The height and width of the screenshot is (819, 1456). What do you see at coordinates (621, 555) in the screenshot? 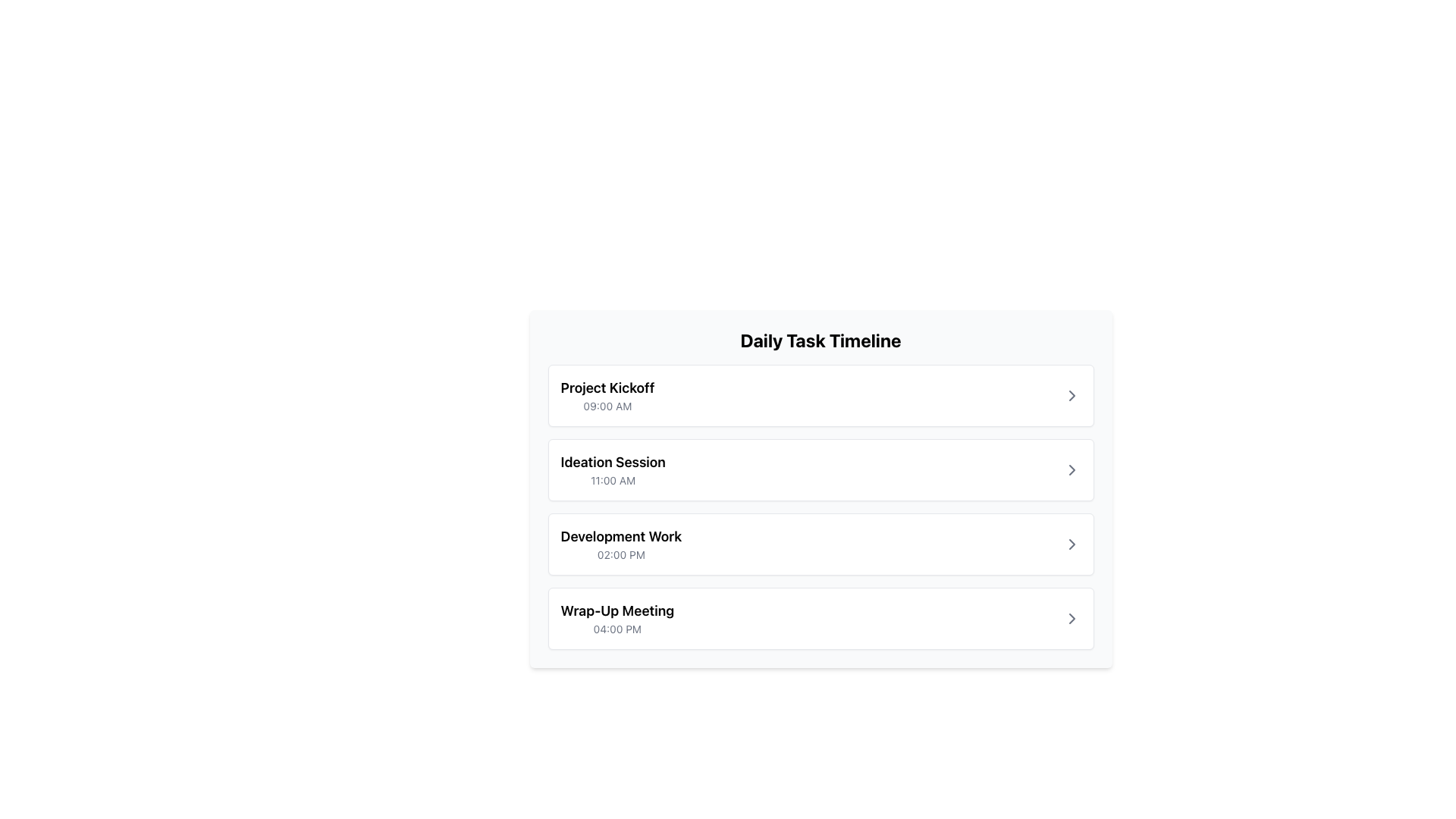
I see `the informational text label that displays the scheduled time for the 'Development Work' task, which is located below the 'Development Work' text in the timeline entry` at bounding box center [621, 555].